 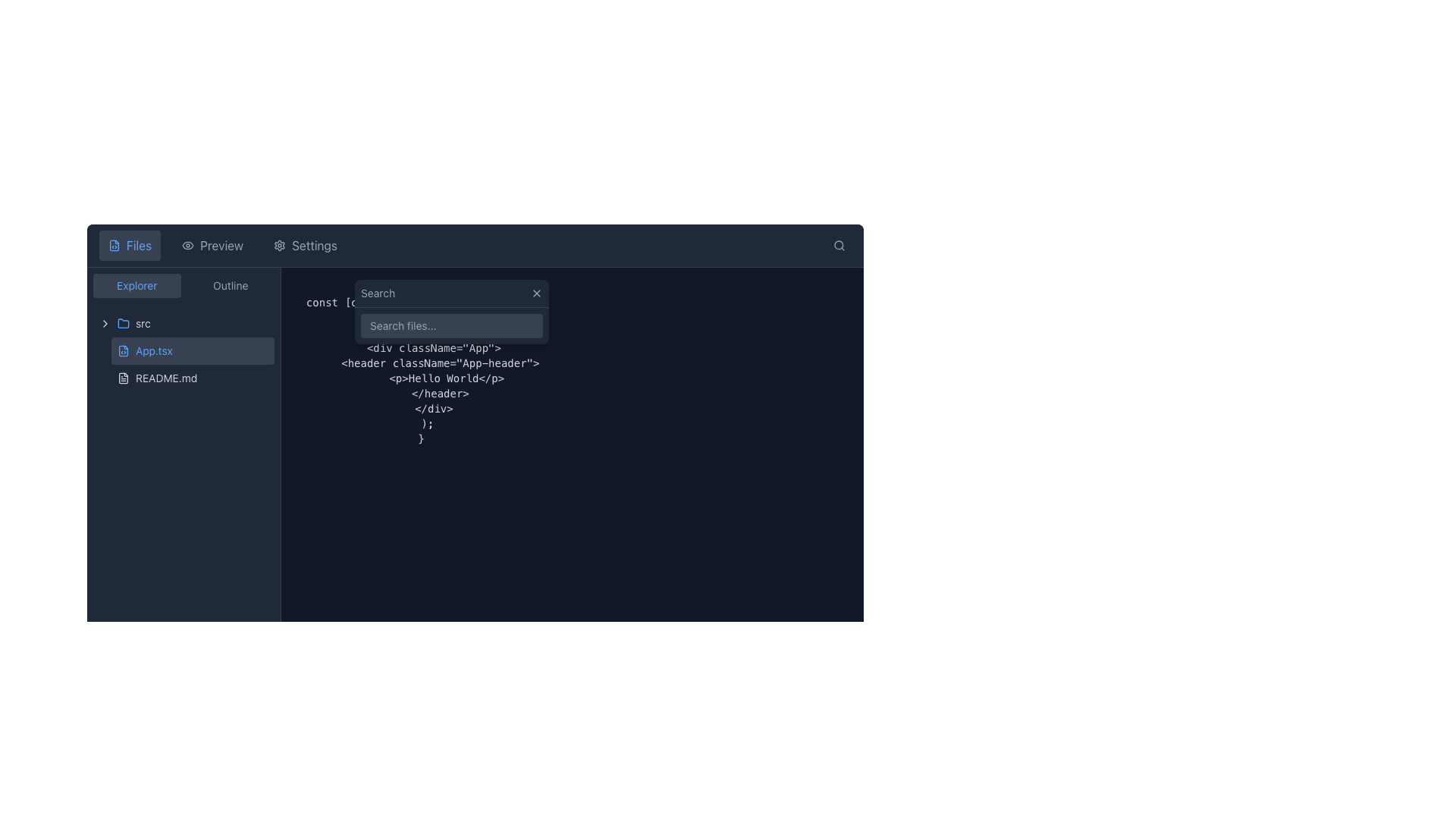 I want to click on the 'README.md' file list item in the file explorer, so click(x=192, y=377).